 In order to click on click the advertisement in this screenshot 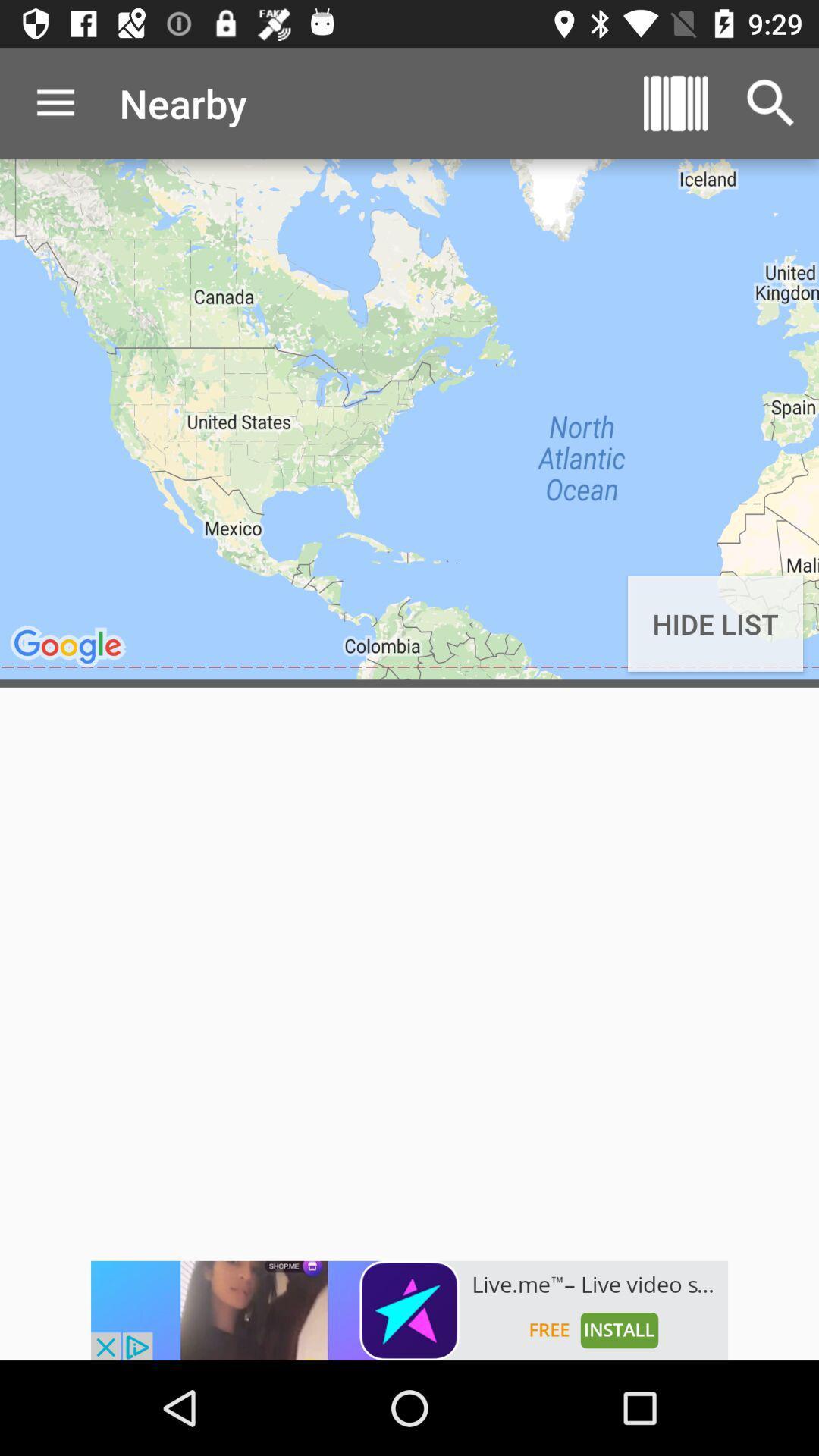, I will do `click(409, 1310)`.